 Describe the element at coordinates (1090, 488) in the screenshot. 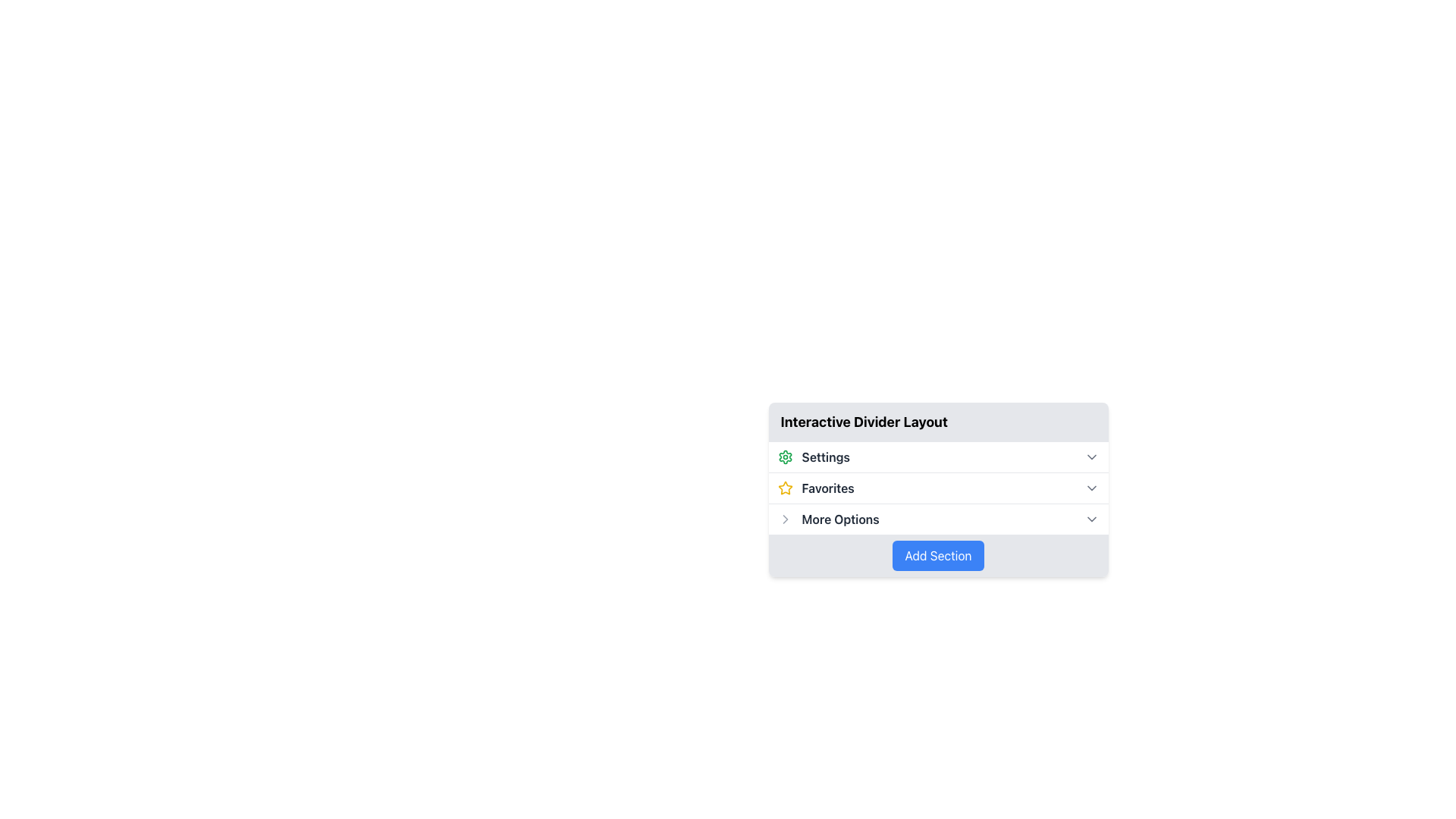

I see `the dropdown arrow` at that location.